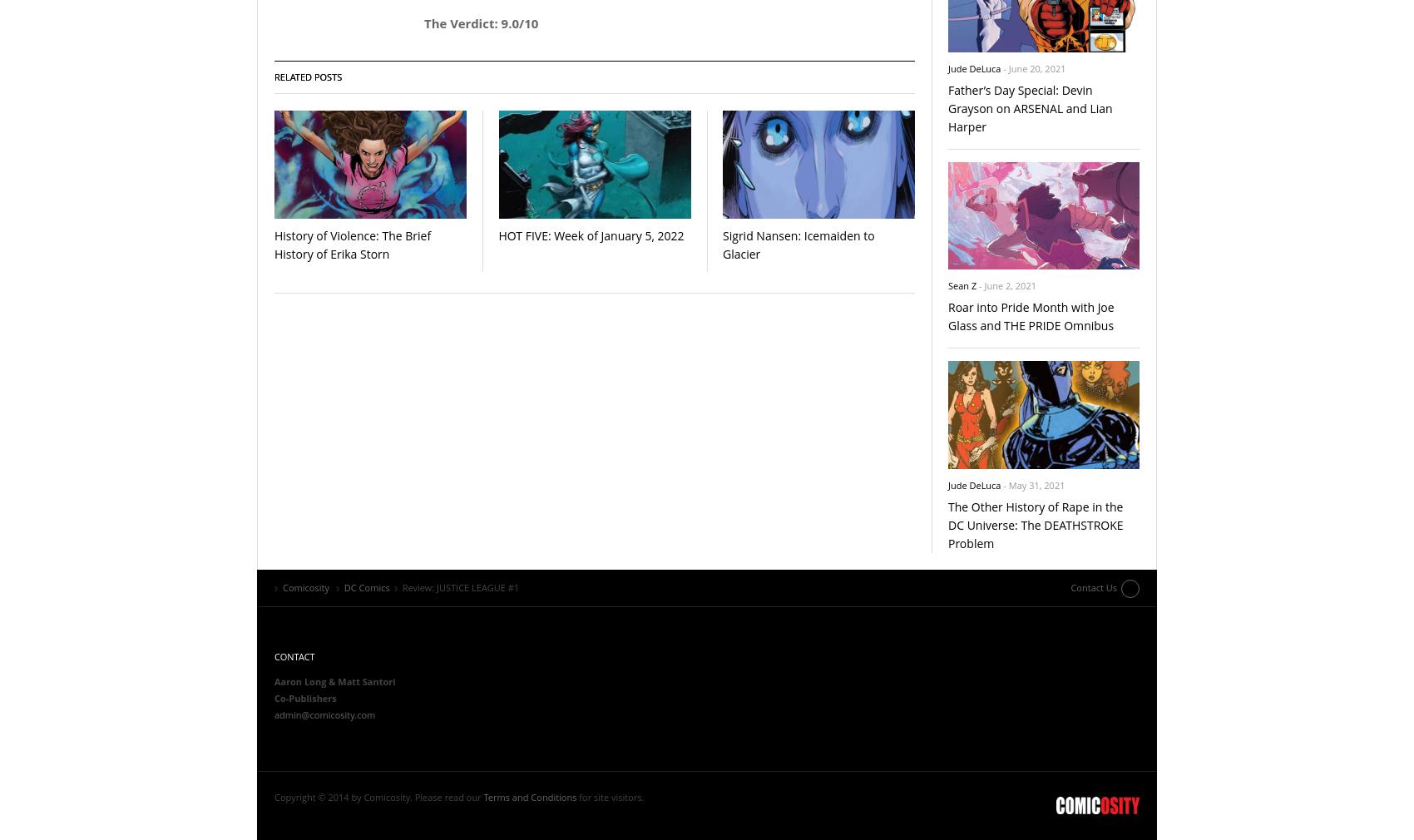  Describe the element at coordinates (459, 586) in the screenshot. I see `'Review: JUSTICE LEAGUE #1'` at that location.